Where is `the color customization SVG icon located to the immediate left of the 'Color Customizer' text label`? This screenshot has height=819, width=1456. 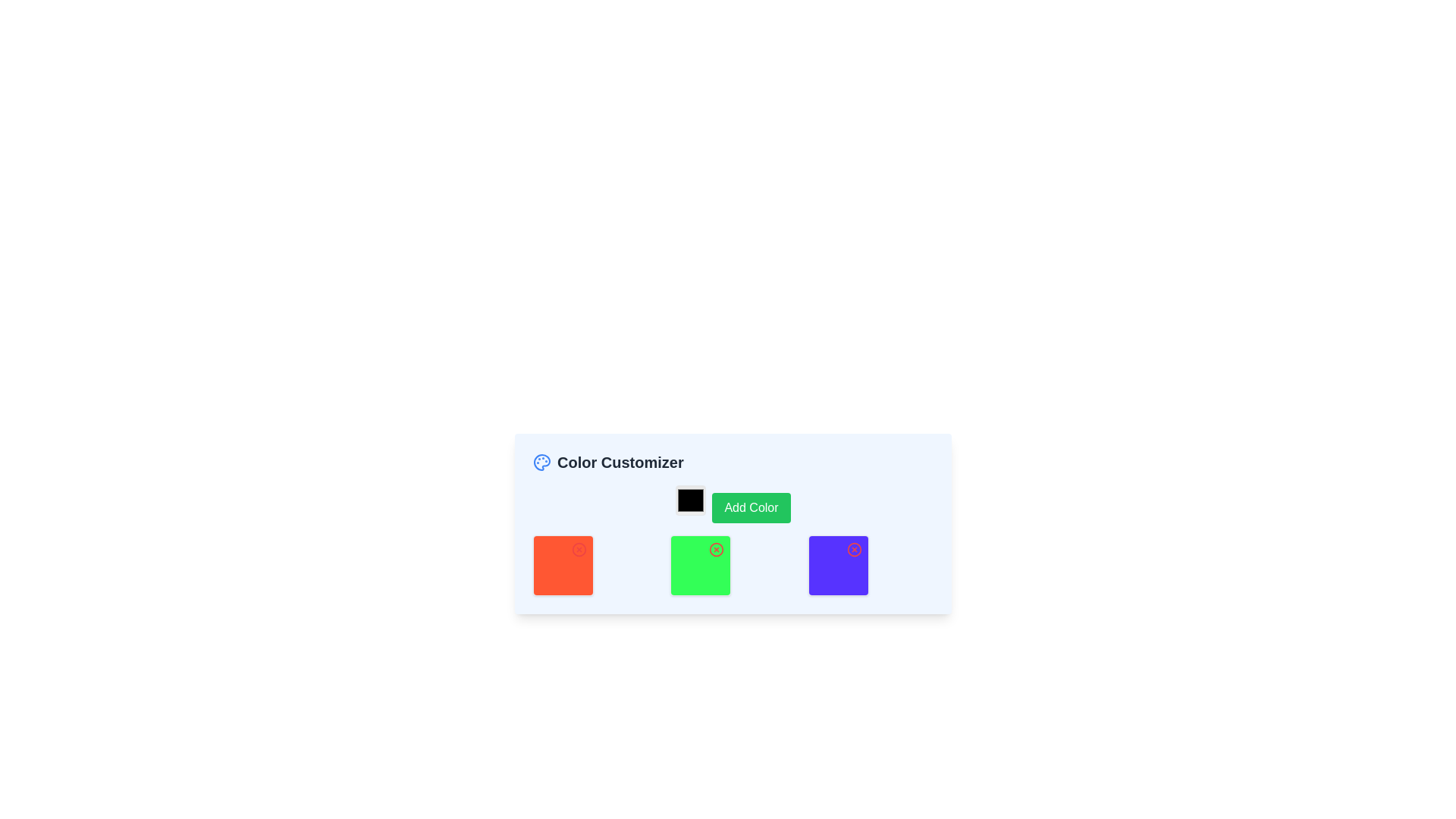 the color customization SVG icon located to the immediate left of the 'Color Customizer' text label is located at coordinates (542, 461).